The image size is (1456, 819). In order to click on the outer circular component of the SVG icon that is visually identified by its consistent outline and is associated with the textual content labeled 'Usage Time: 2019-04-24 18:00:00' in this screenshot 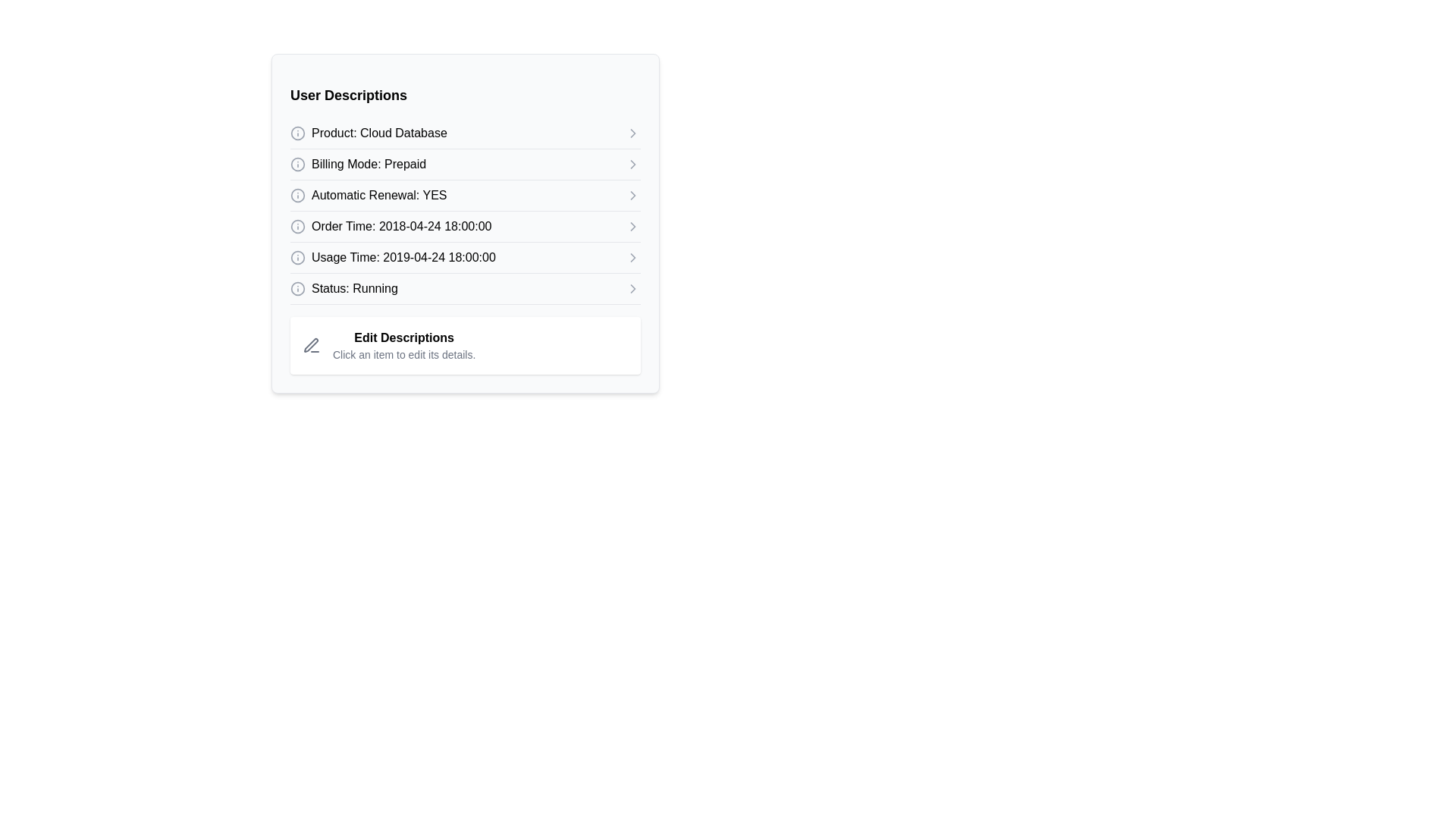, I will do `click(298, 256)`.